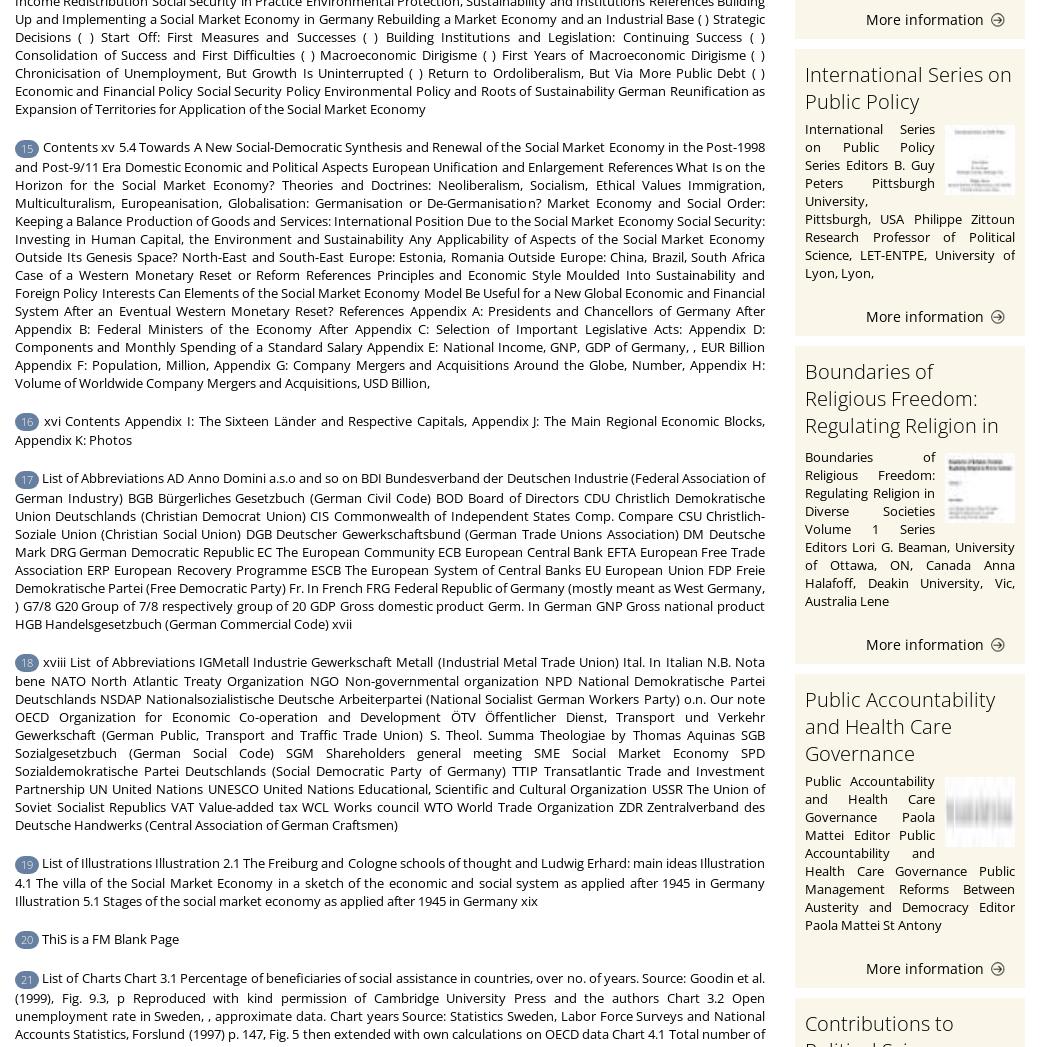 The image size is (1050, 1047). What do you see at coordinates (108, 938) in the screenshot?
I see `'ThiS is a FM Blank Page'` at bounding box center [108, 938].